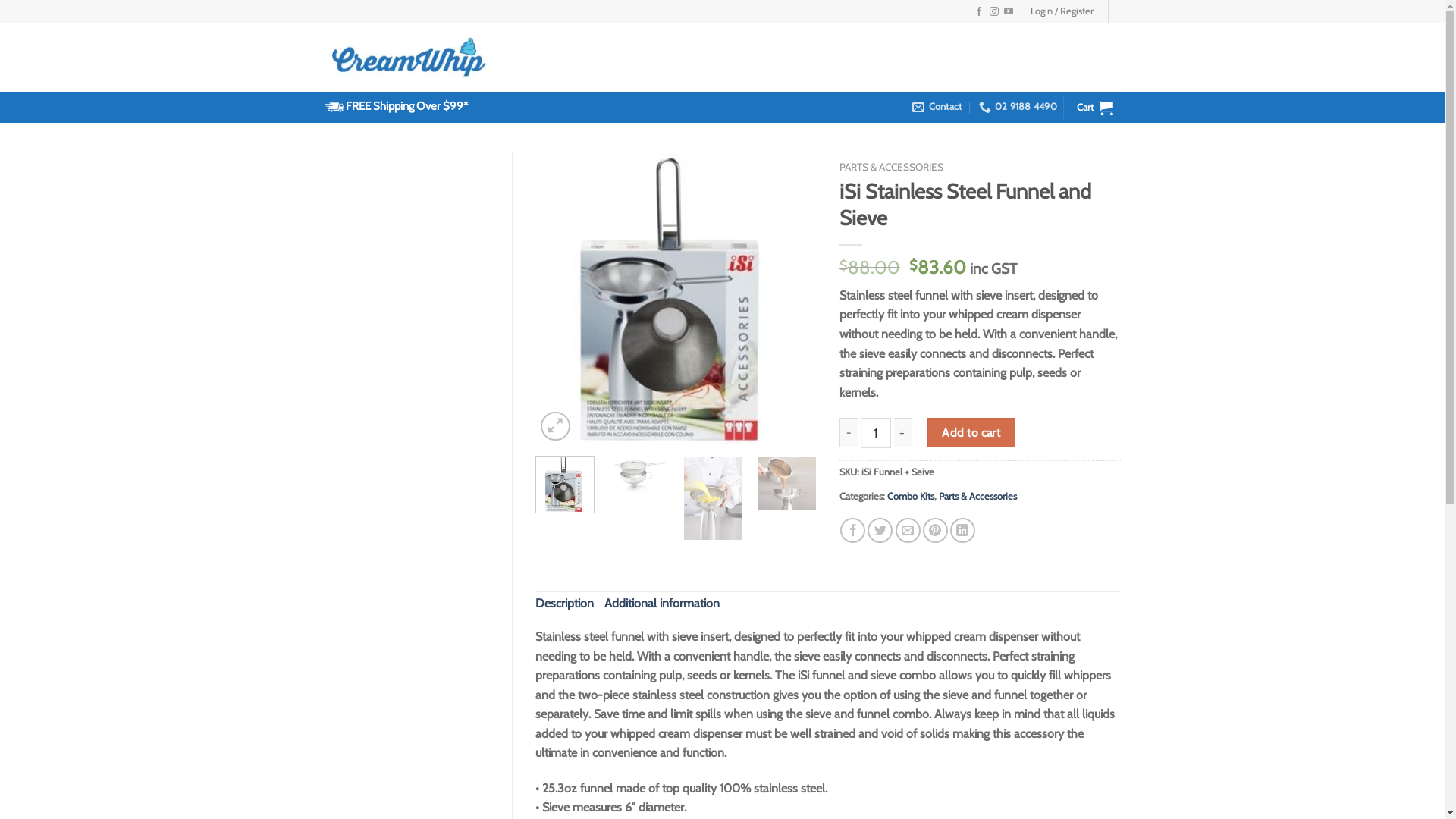  I want to click on 'Qty', so click(876, 432).